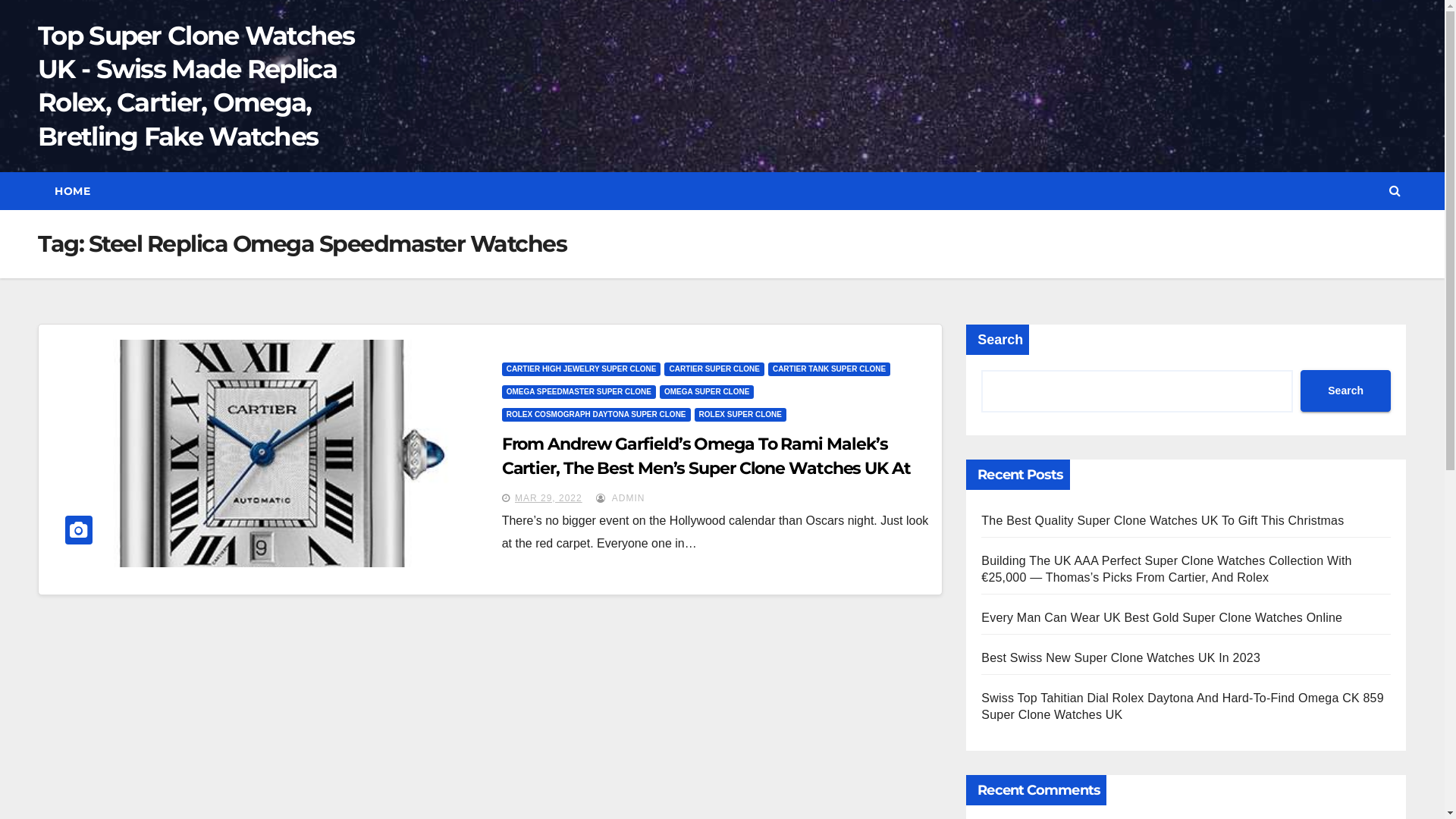 This screenshot has width=1456, height=819. What do you see at coordinates (71, 190) in the screenshot?
I see `'HOME'` at bounding box center [71, 190].